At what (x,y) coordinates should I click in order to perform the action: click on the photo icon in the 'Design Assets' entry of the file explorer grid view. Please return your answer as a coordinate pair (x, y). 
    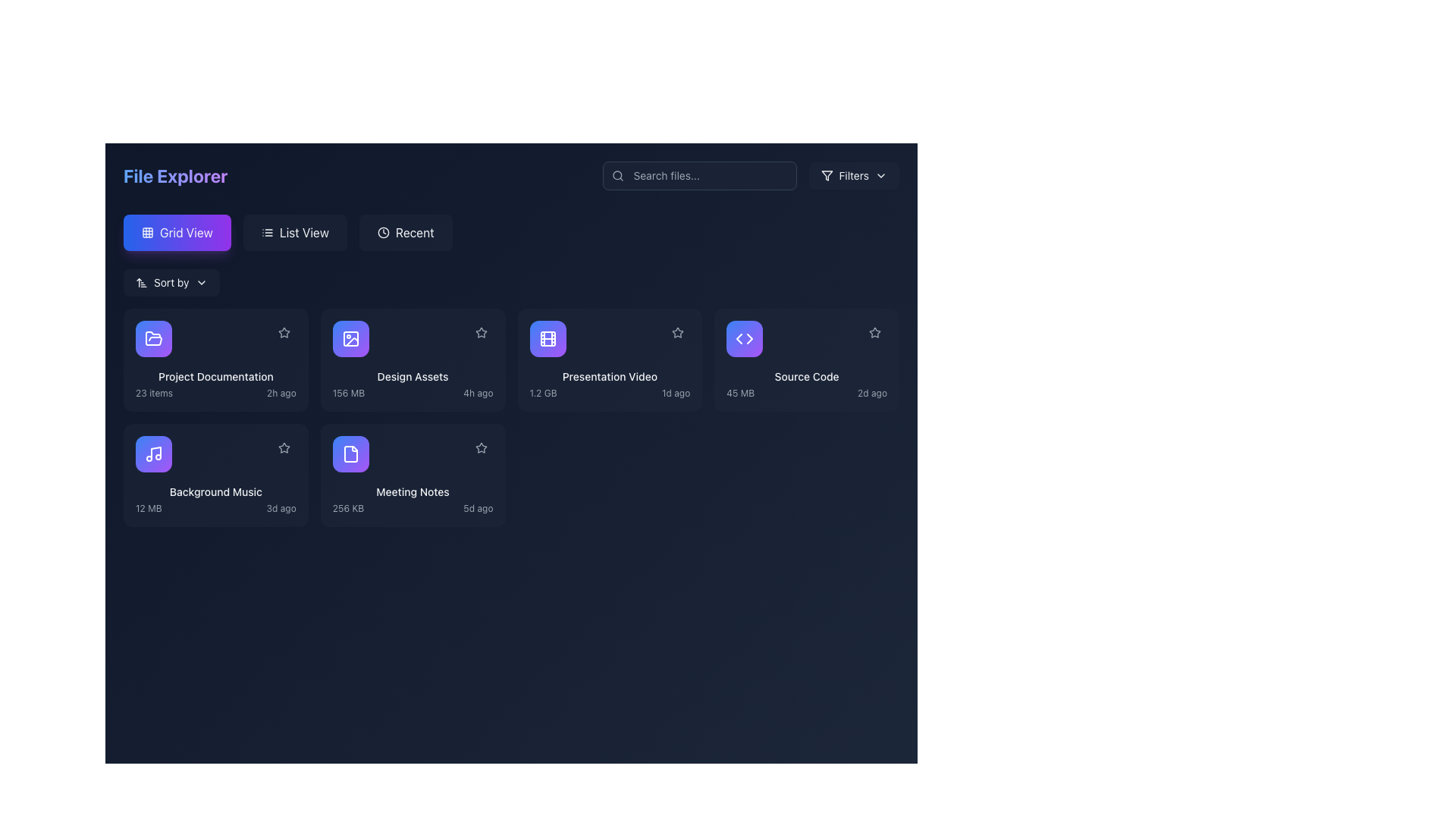
    Looking at the image, I should click on (350, 338).